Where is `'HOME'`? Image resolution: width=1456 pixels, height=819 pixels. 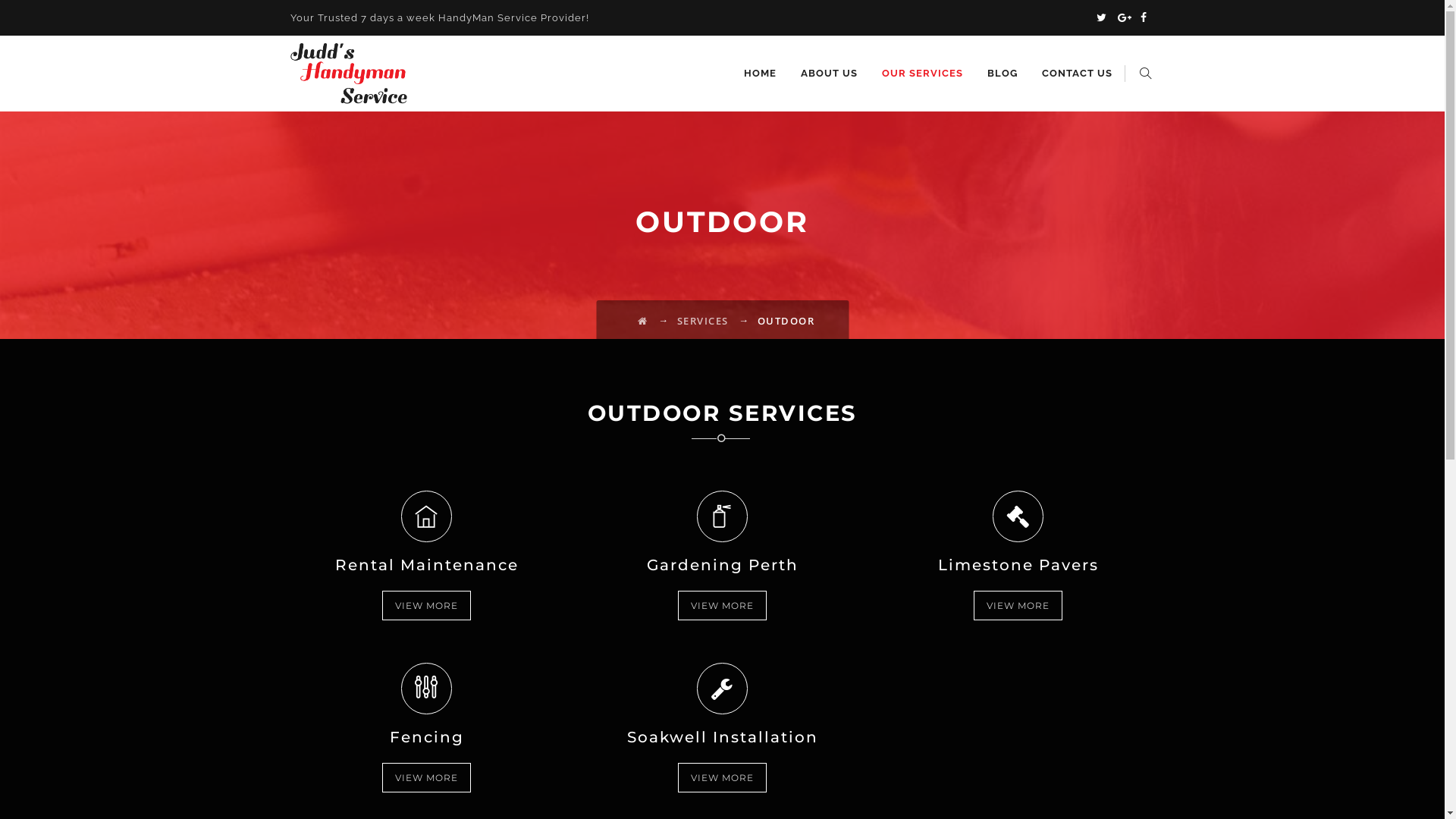
'HOME' is located at coordinates (760, 73).